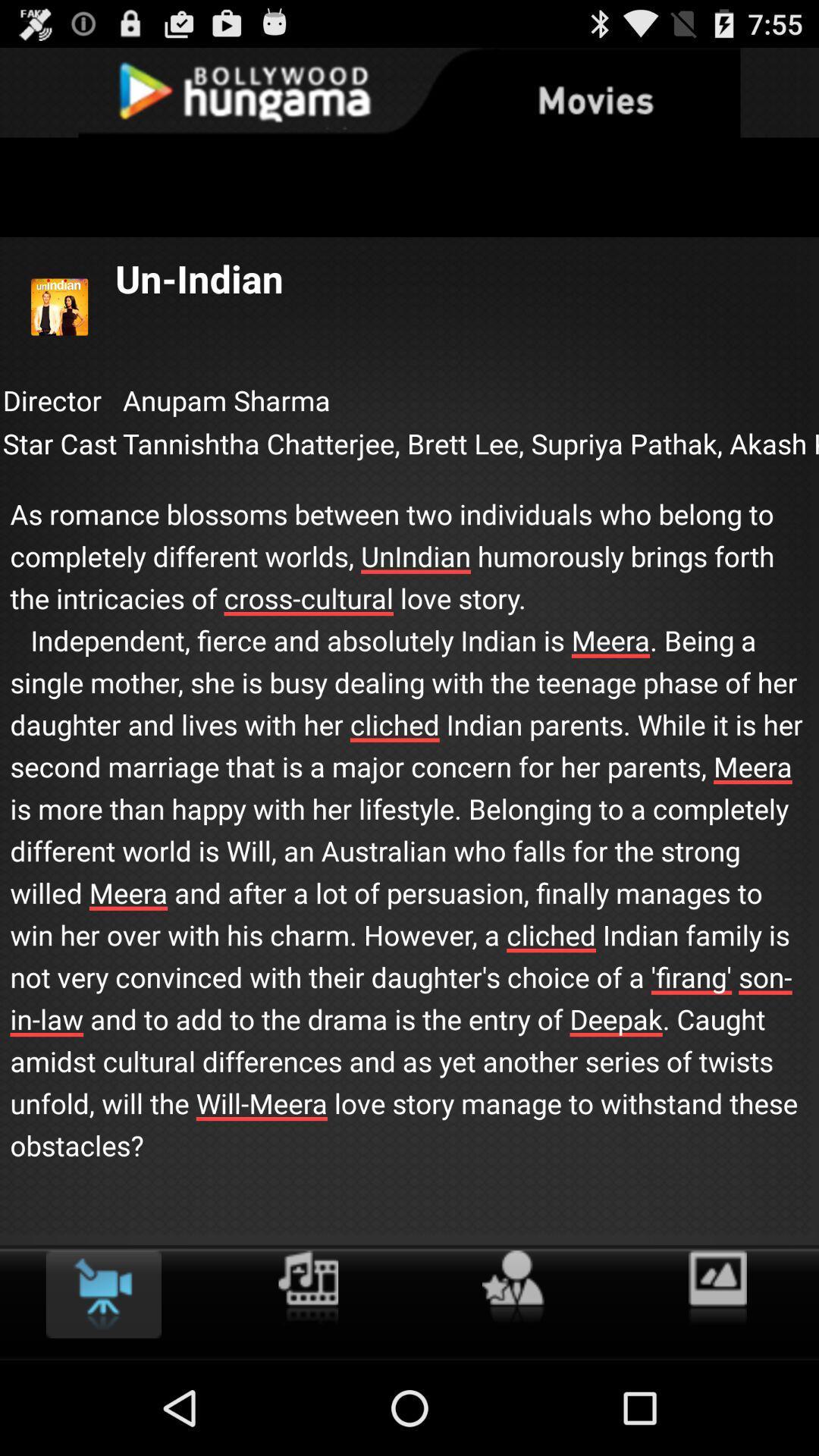  What do you see at coordinates (102, 1294) in the screenshot?
I see `the icon at the bottom left corner` at bounding box center [102, 1294].